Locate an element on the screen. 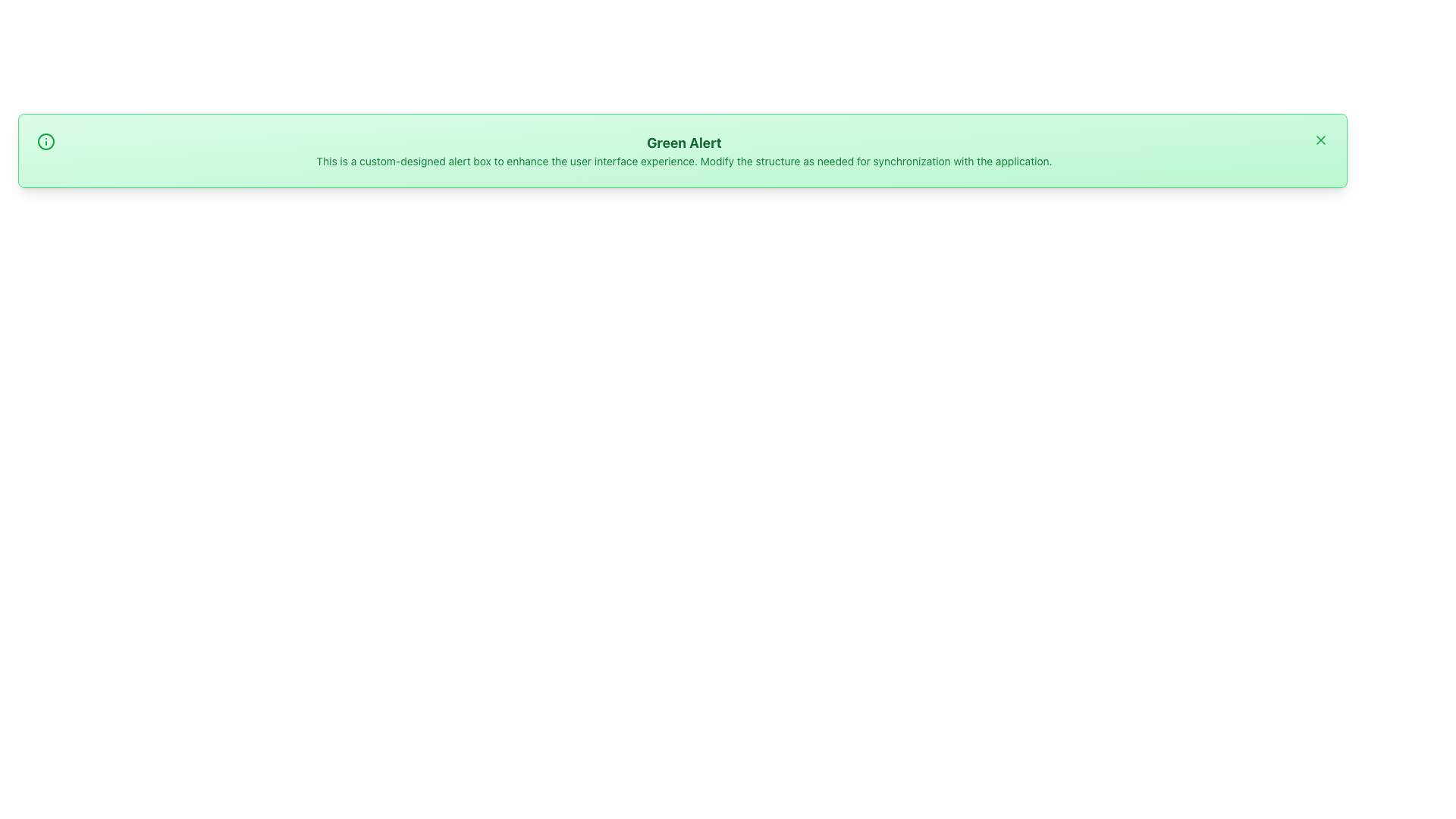  the green circular icon with a white border located in the top-left corner of the green alert banner is located at coordinates (46, 141).